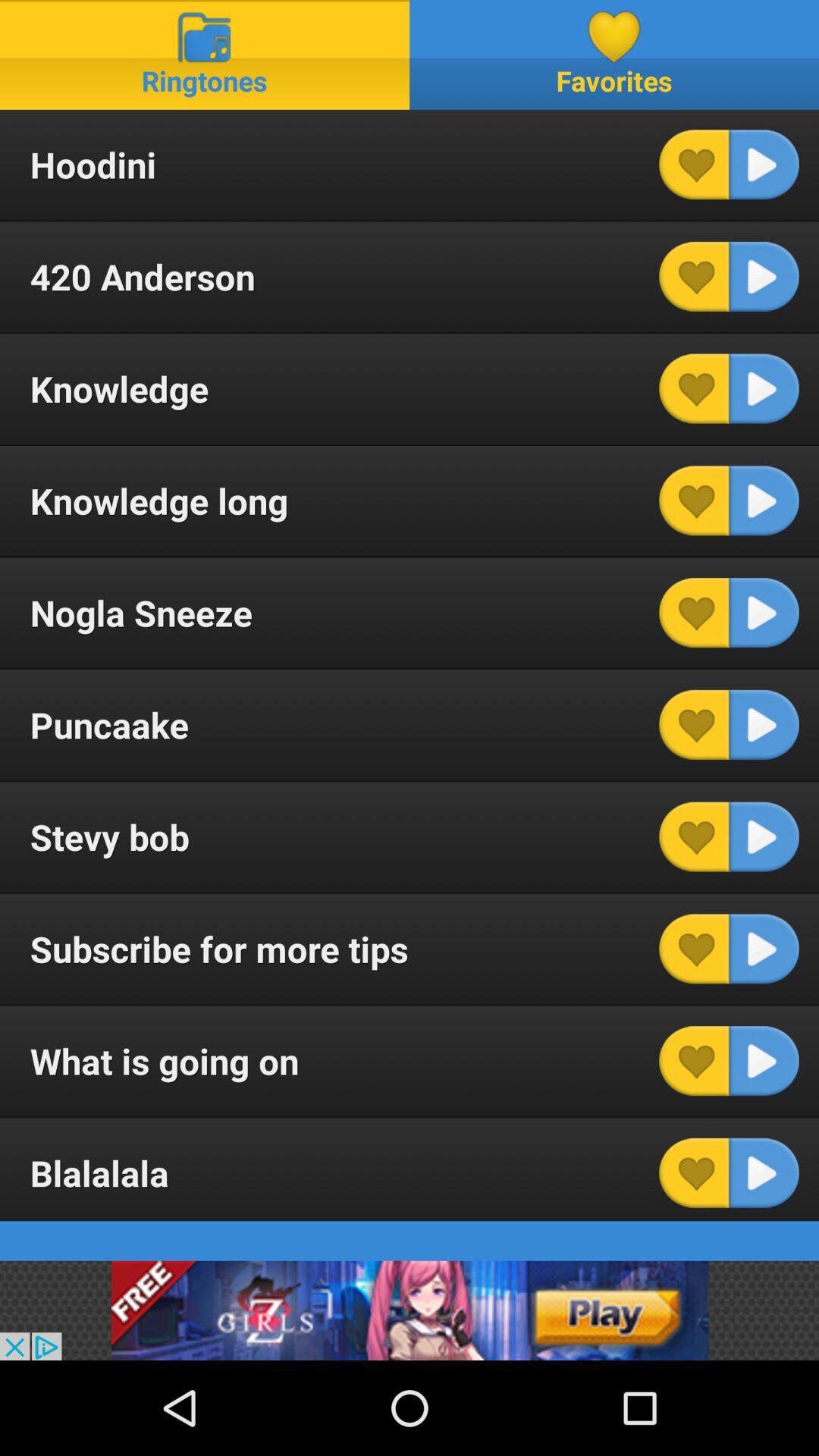 This screenshot has height=1456, width=819. I want to click on like, so click(694, 388).